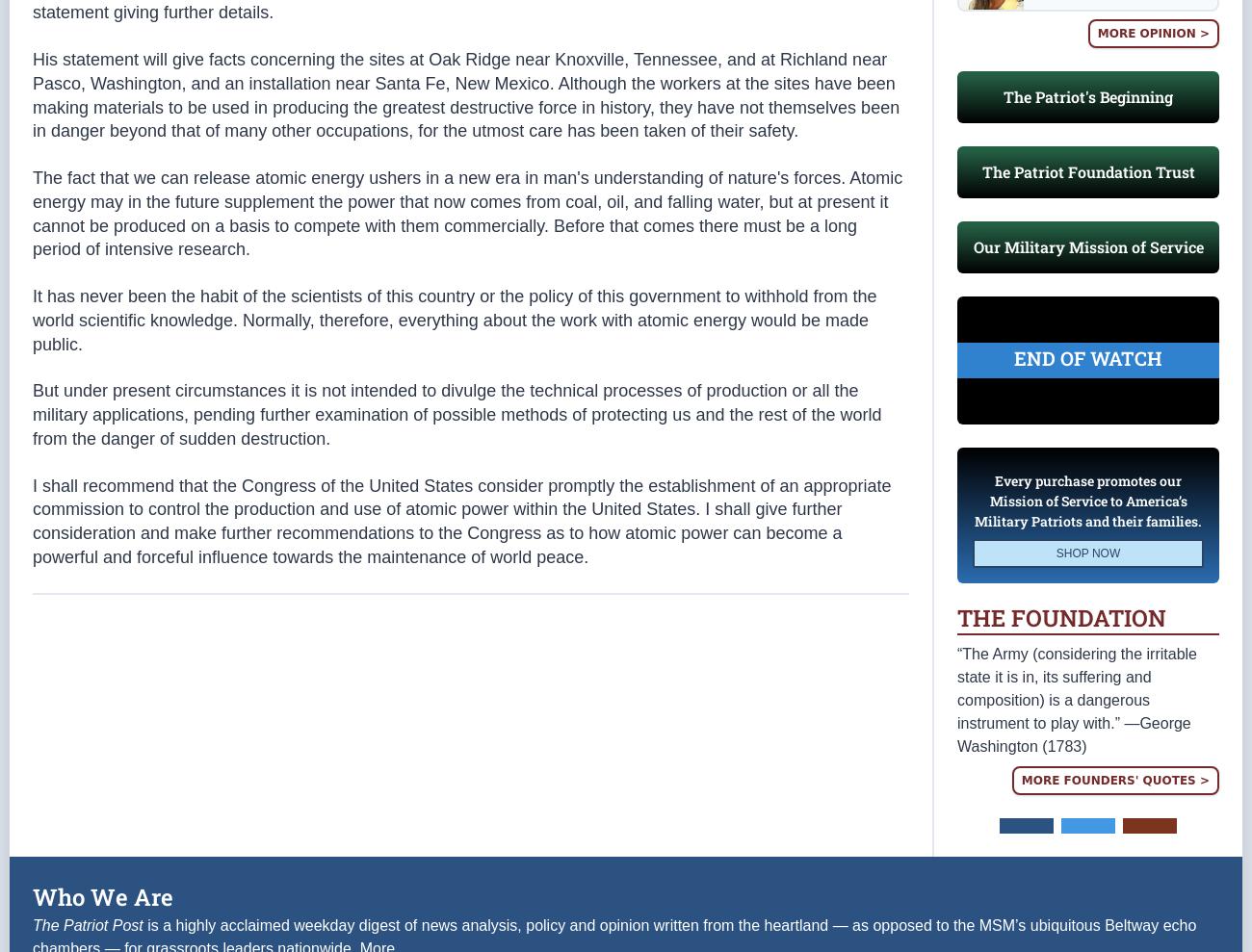 Image resolution: width=1252 pixels, height=952 pixels. I want to click on 'It has never been the habit of the scientists of this country or the policy of this government to withhold from the world scientific knowledge. Normally, therefore, everything about the work with atomic energy would be made public.', so click(454, 319).